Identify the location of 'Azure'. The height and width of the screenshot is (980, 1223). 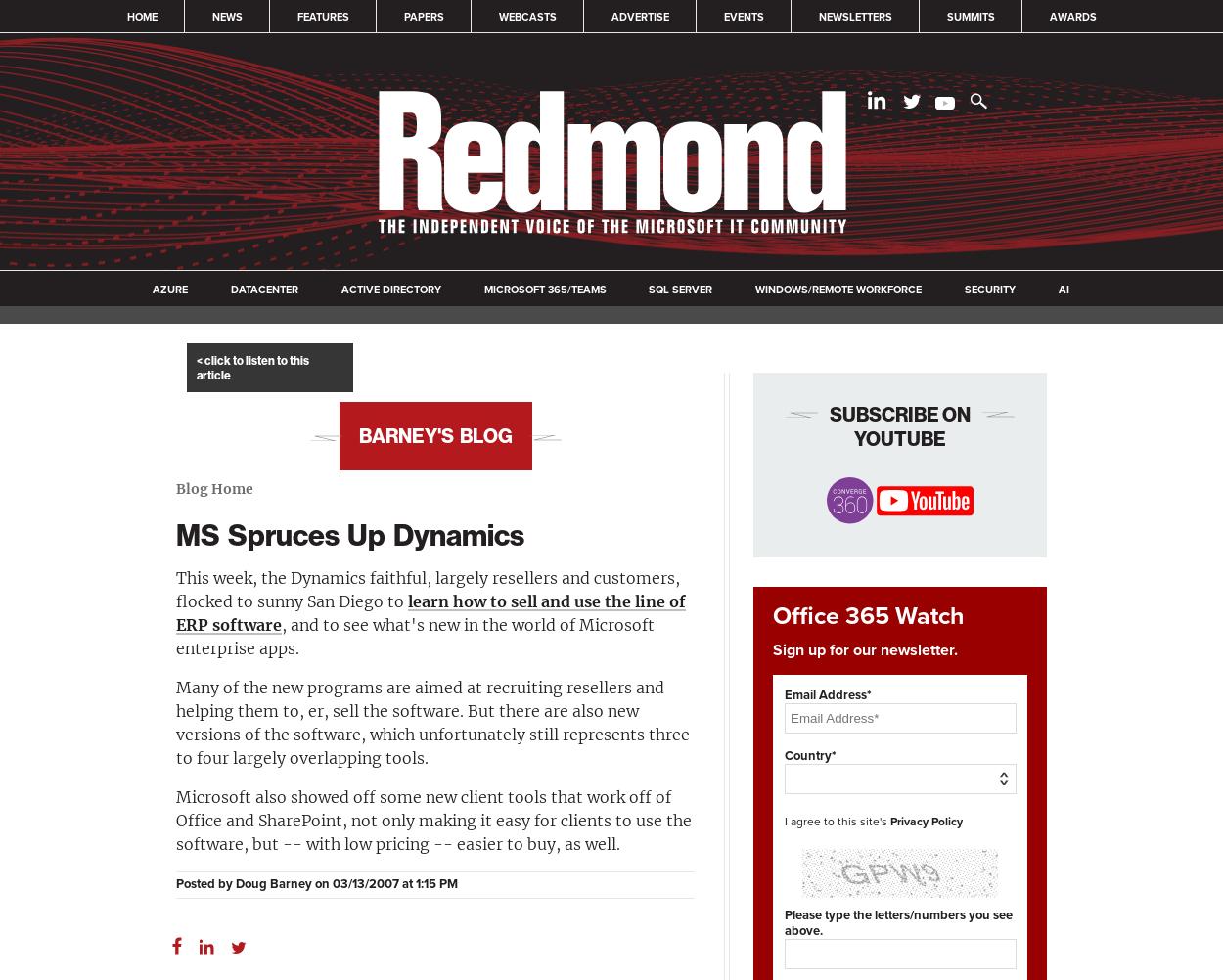
(170, 289).